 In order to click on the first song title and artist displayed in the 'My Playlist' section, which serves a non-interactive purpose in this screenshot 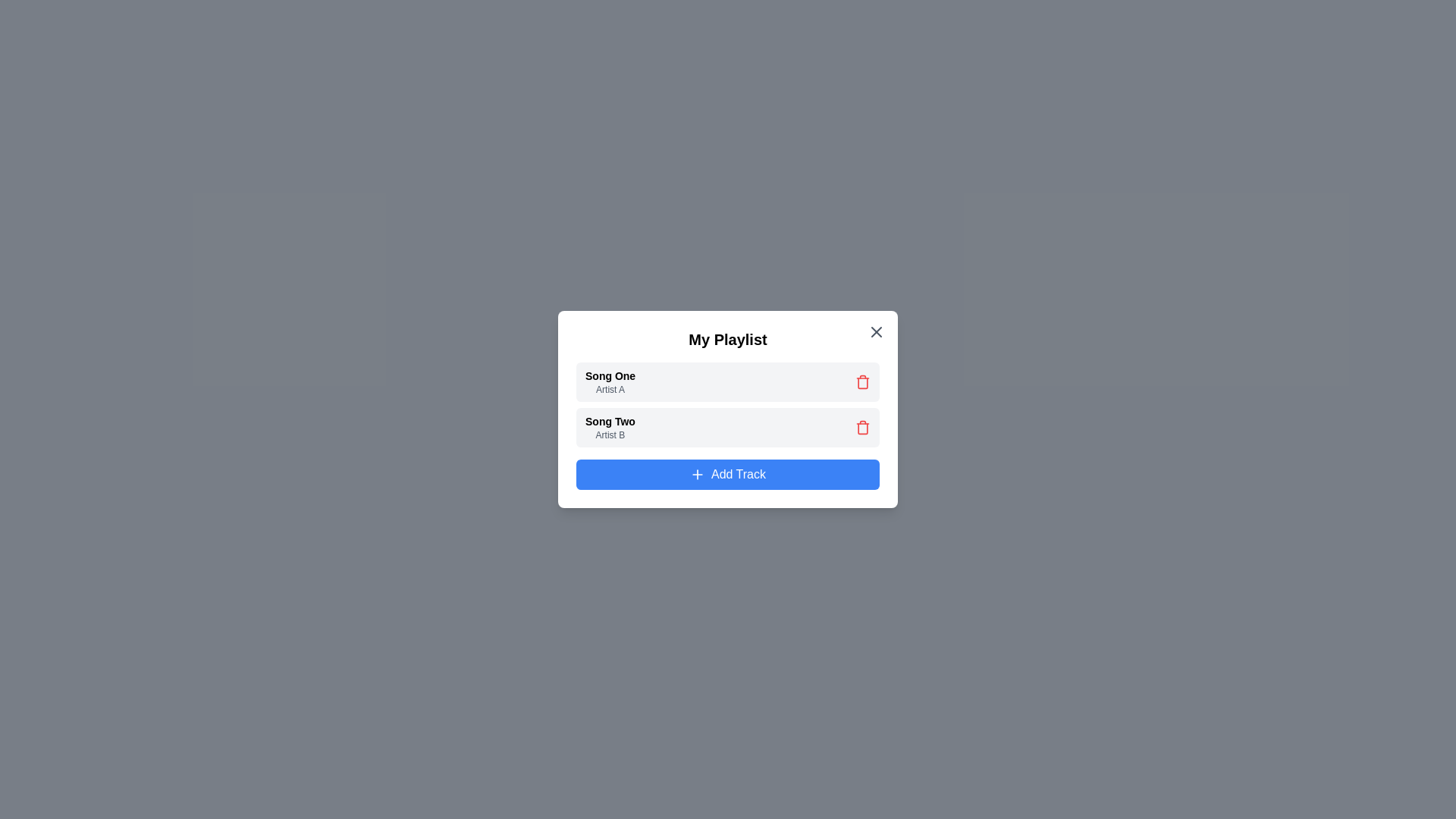, I will do `click(610, 381)`.